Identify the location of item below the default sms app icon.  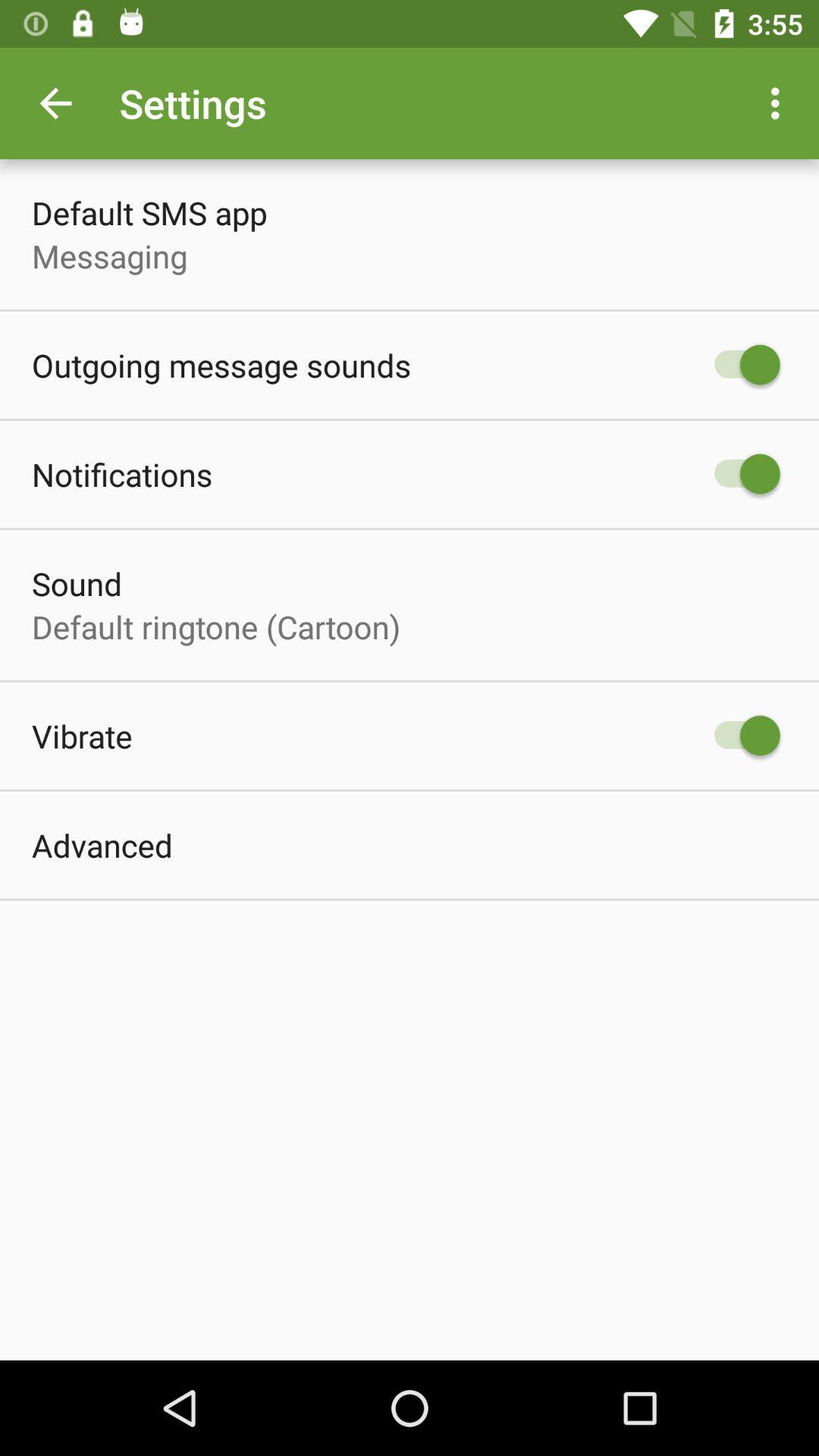
(108, 256).